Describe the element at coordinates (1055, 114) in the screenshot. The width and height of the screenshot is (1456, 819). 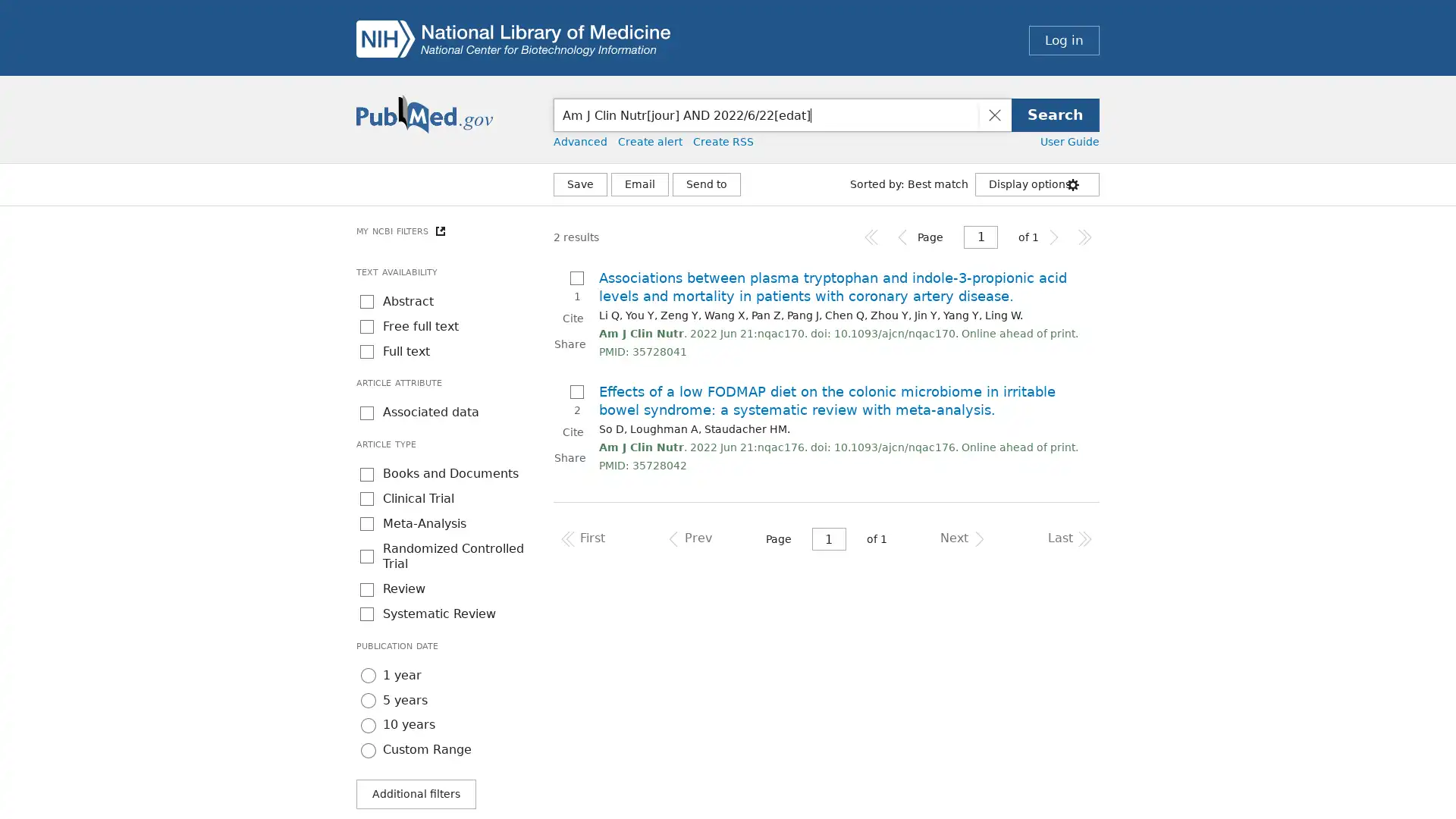
I see `Search` at that location.